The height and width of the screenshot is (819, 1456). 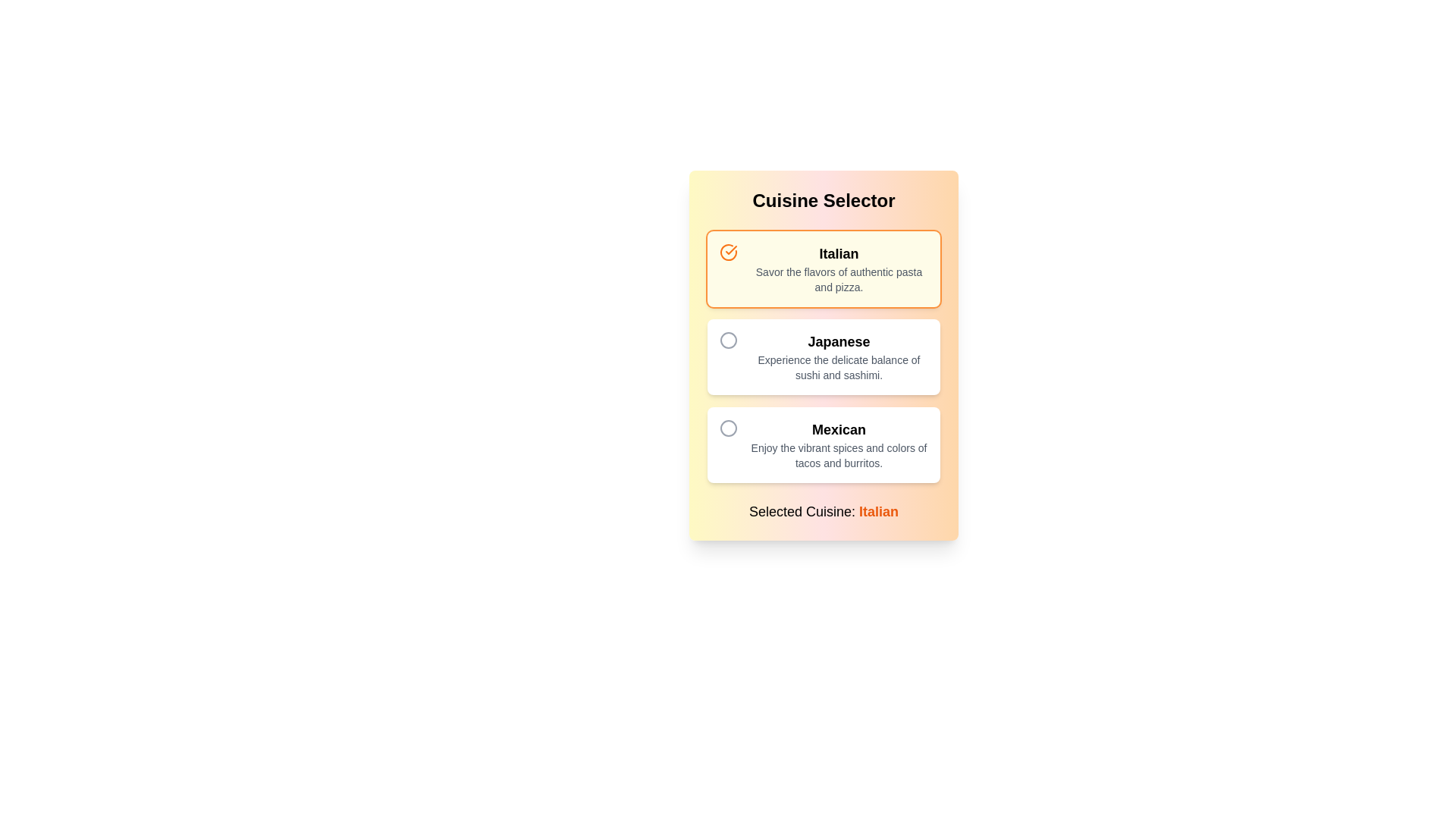 What do you see at coordinates (838, 342) in the screenshot?
I see `the Text label that identifies the Japanese cuisine option in the 'Cuisine Selector' interface, which is positioned centrally below the 'Cuisine Selector' label and above the description text` at bounding box center [838, 342].